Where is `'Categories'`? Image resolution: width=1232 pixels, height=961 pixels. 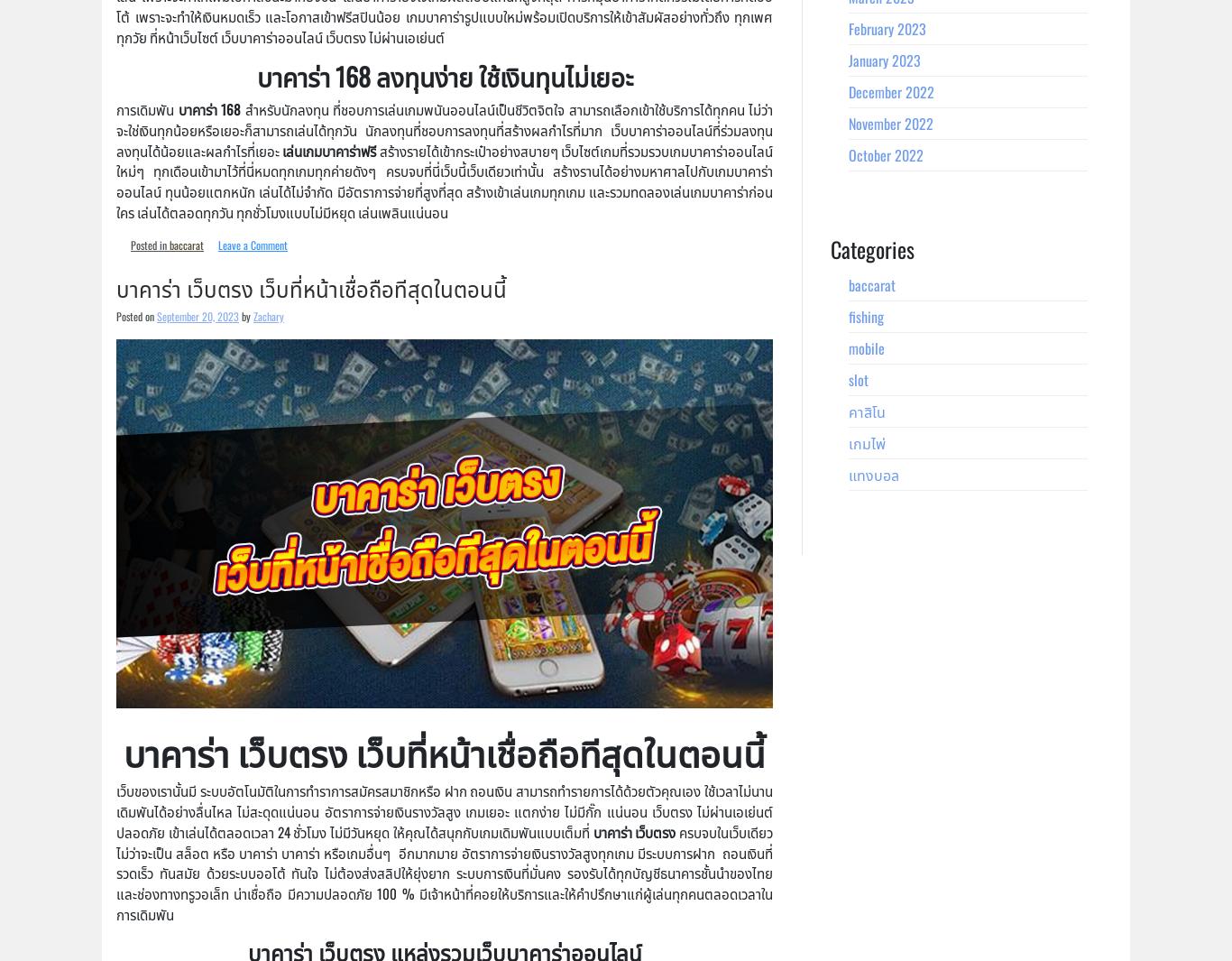 'Categories' is located at coordinates (872, 248).